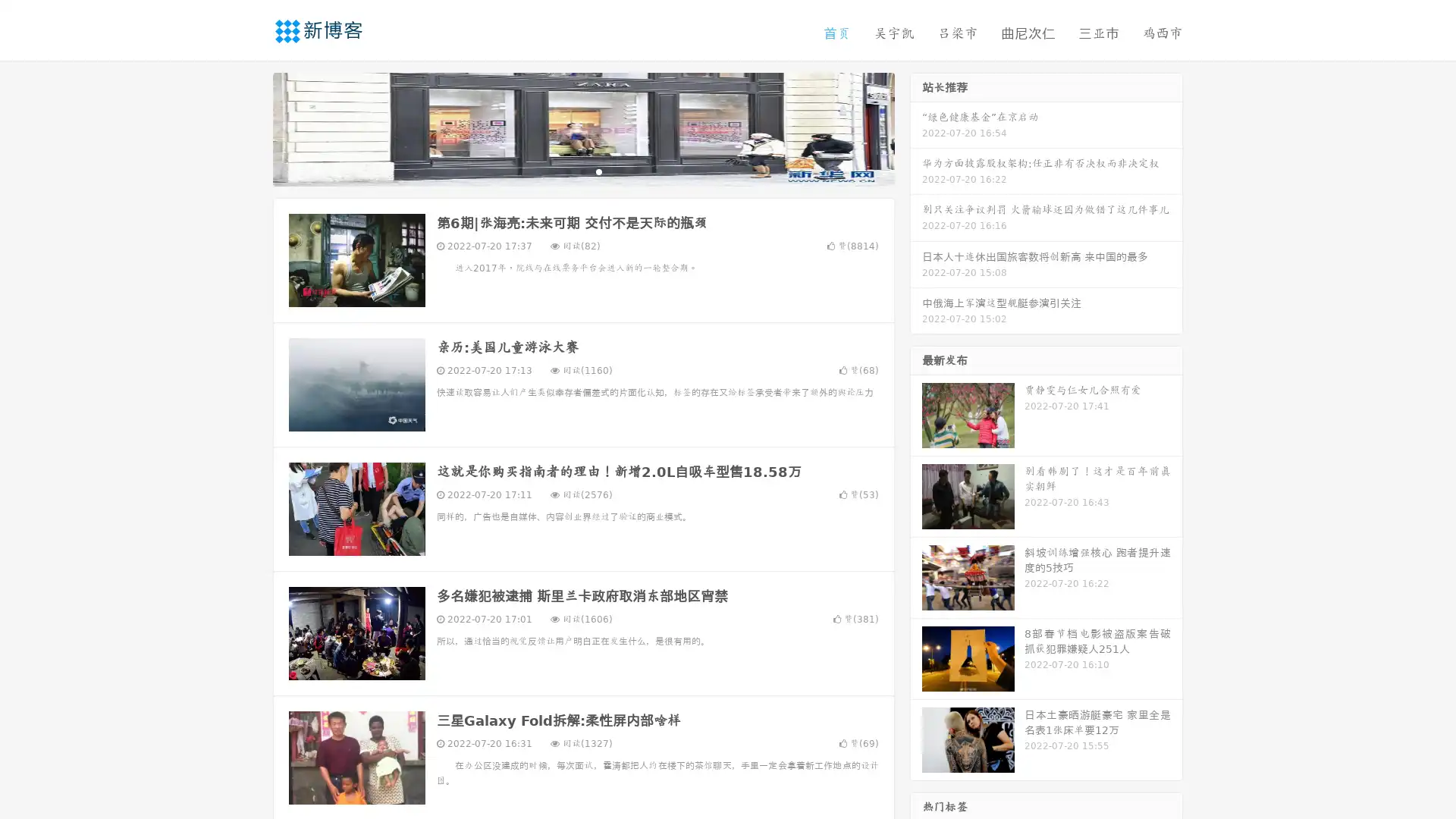 The image size is (1456, 819). I want to click on Go to slide 1, so click(567, 171).